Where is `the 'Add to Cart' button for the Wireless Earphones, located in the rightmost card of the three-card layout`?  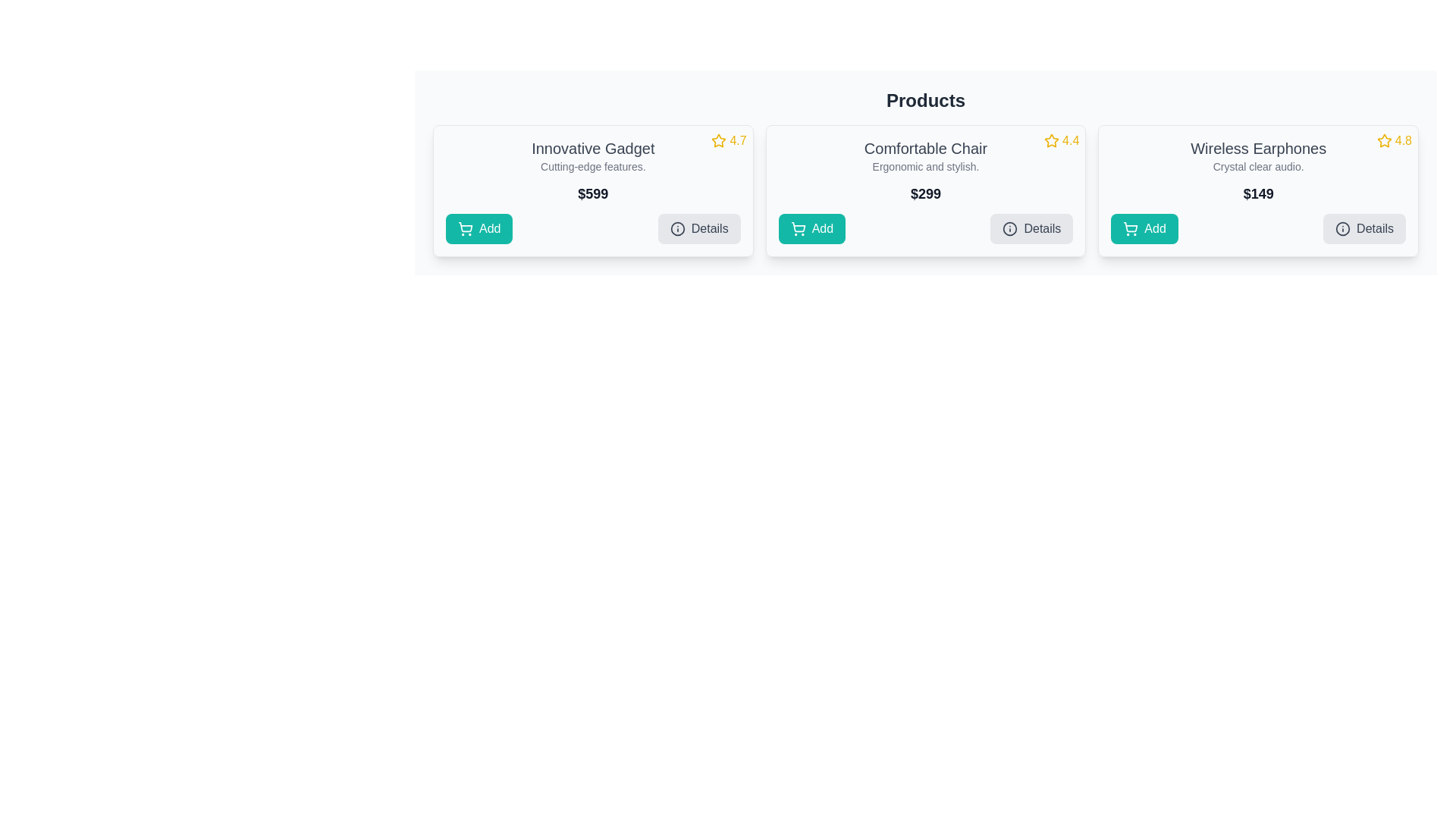 the 'Add to Cart' button for the Wireless Earphones, located in the rightmost card of the three-card layout is located at coordinates (1144, 228).